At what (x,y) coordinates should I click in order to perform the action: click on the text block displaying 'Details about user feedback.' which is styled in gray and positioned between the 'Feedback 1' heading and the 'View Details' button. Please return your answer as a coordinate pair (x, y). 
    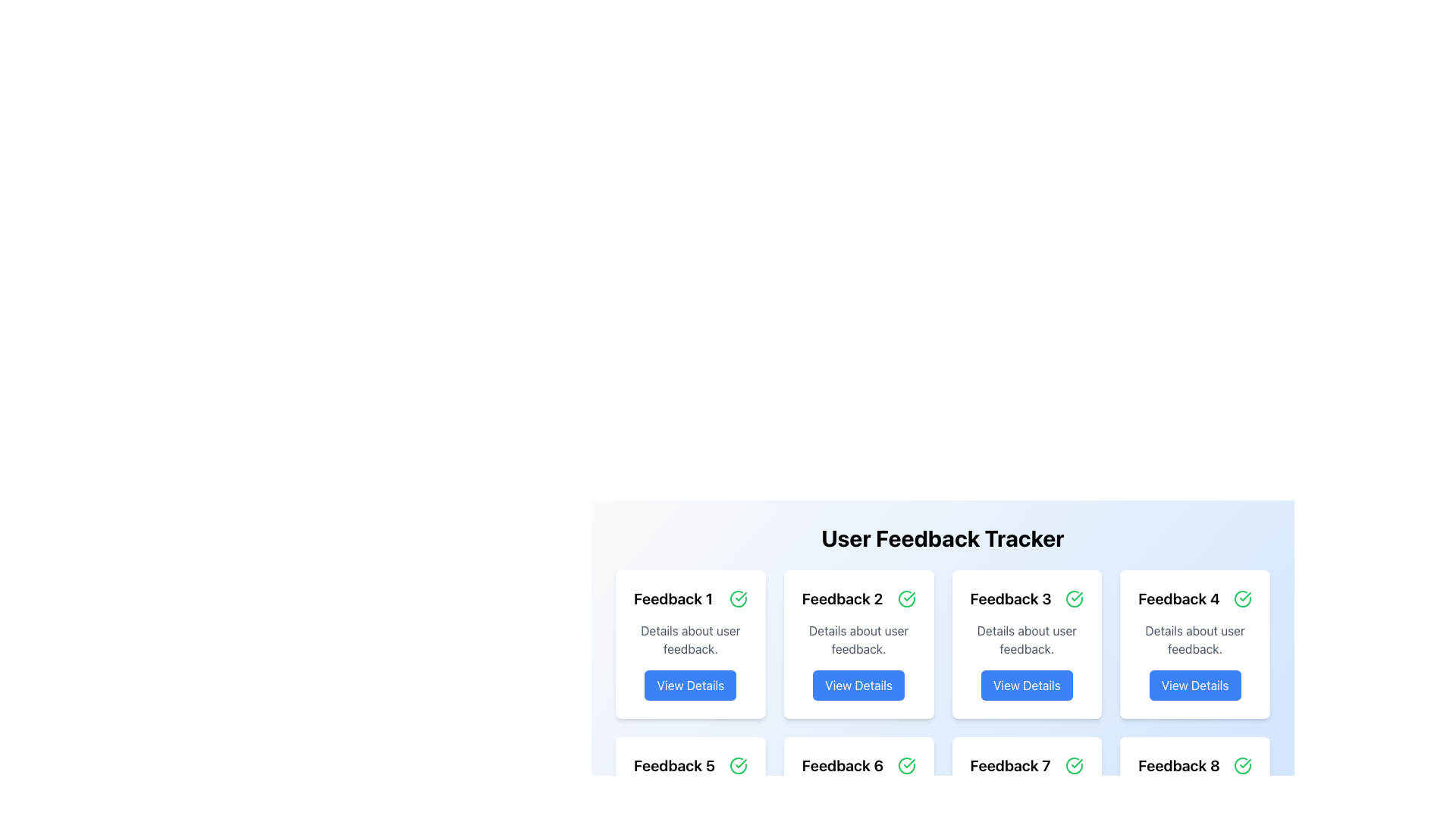
    Looking at the image, I should click on (689, 640).